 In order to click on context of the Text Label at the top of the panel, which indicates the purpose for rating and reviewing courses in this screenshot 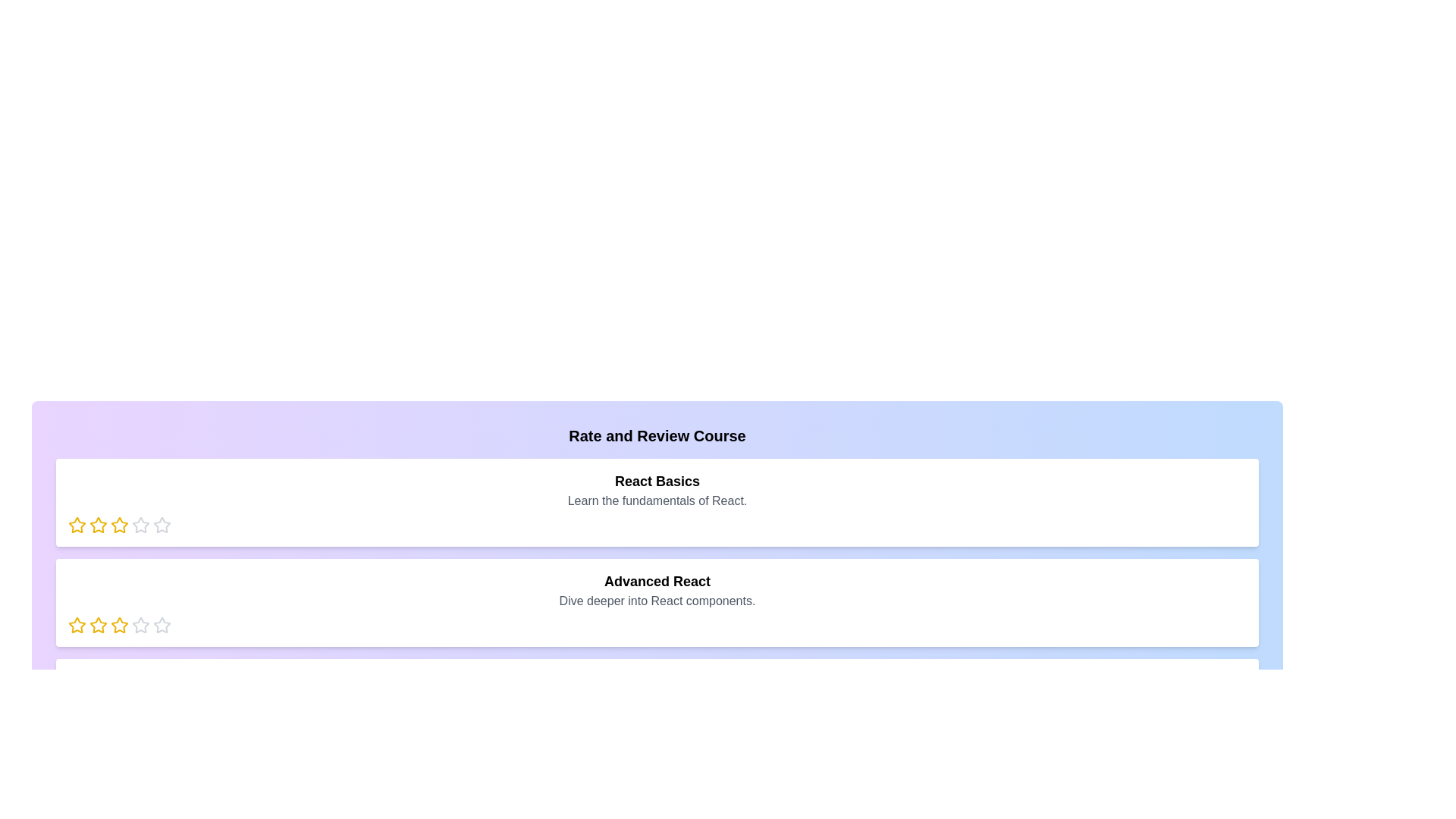, I will do `click(657, 435)`.